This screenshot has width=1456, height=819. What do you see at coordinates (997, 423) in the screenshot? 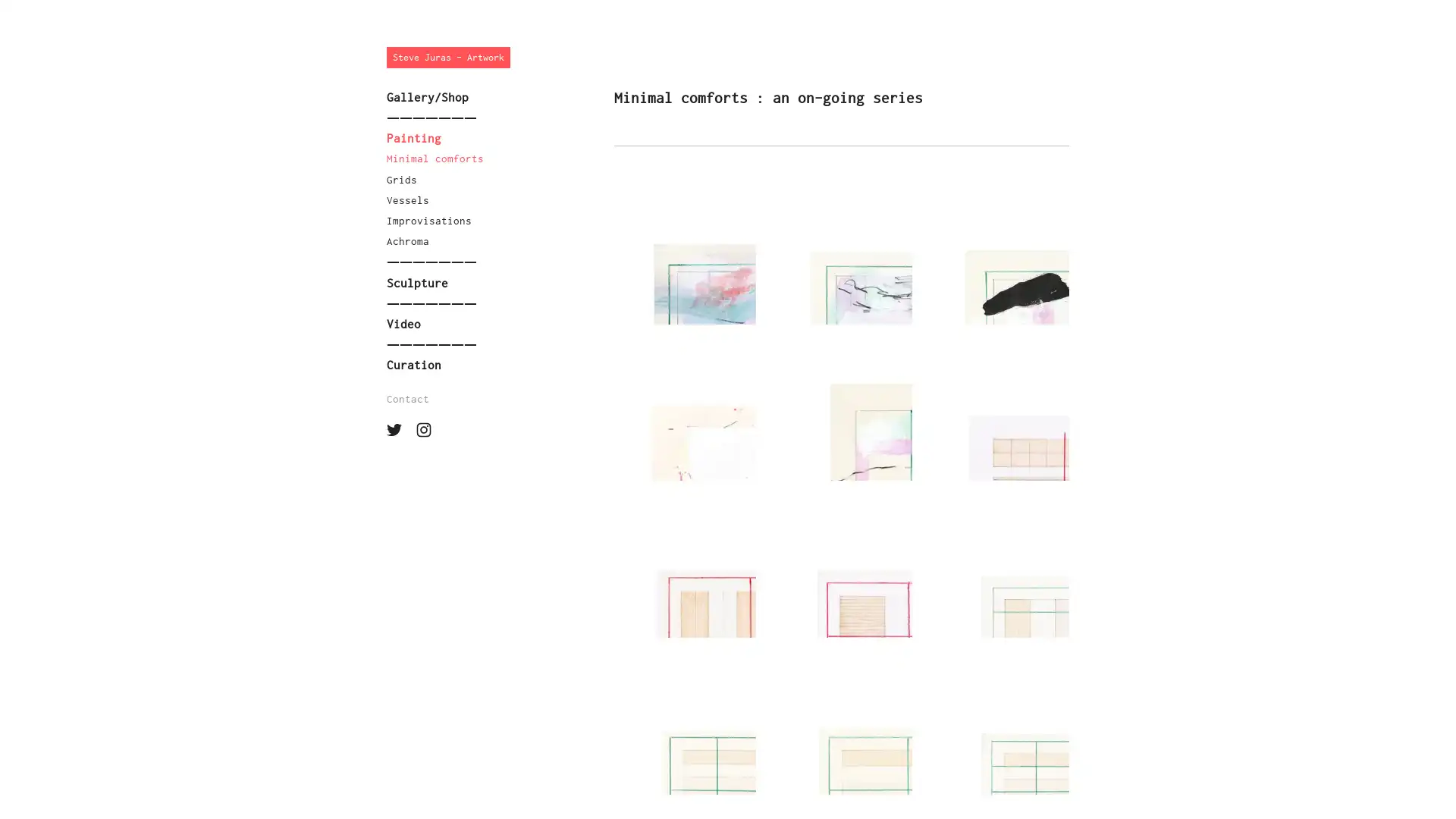
I see `View fullsize Dearly departed` at bounding box center [997, 423].